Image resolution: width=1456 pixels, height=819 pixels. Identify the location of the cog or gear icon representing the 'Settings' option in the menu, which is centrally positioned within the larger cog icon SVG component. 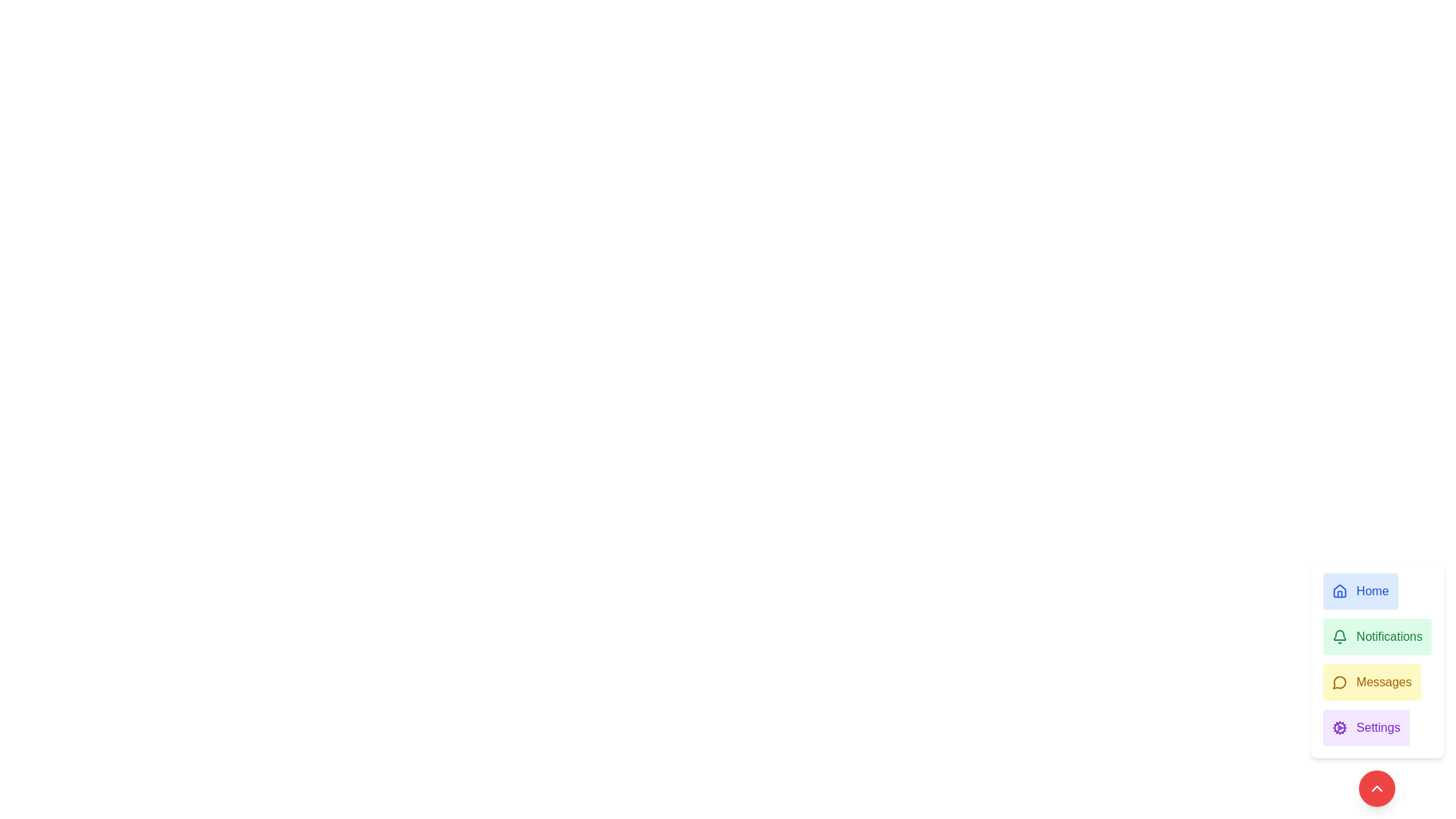
(1339, 727).